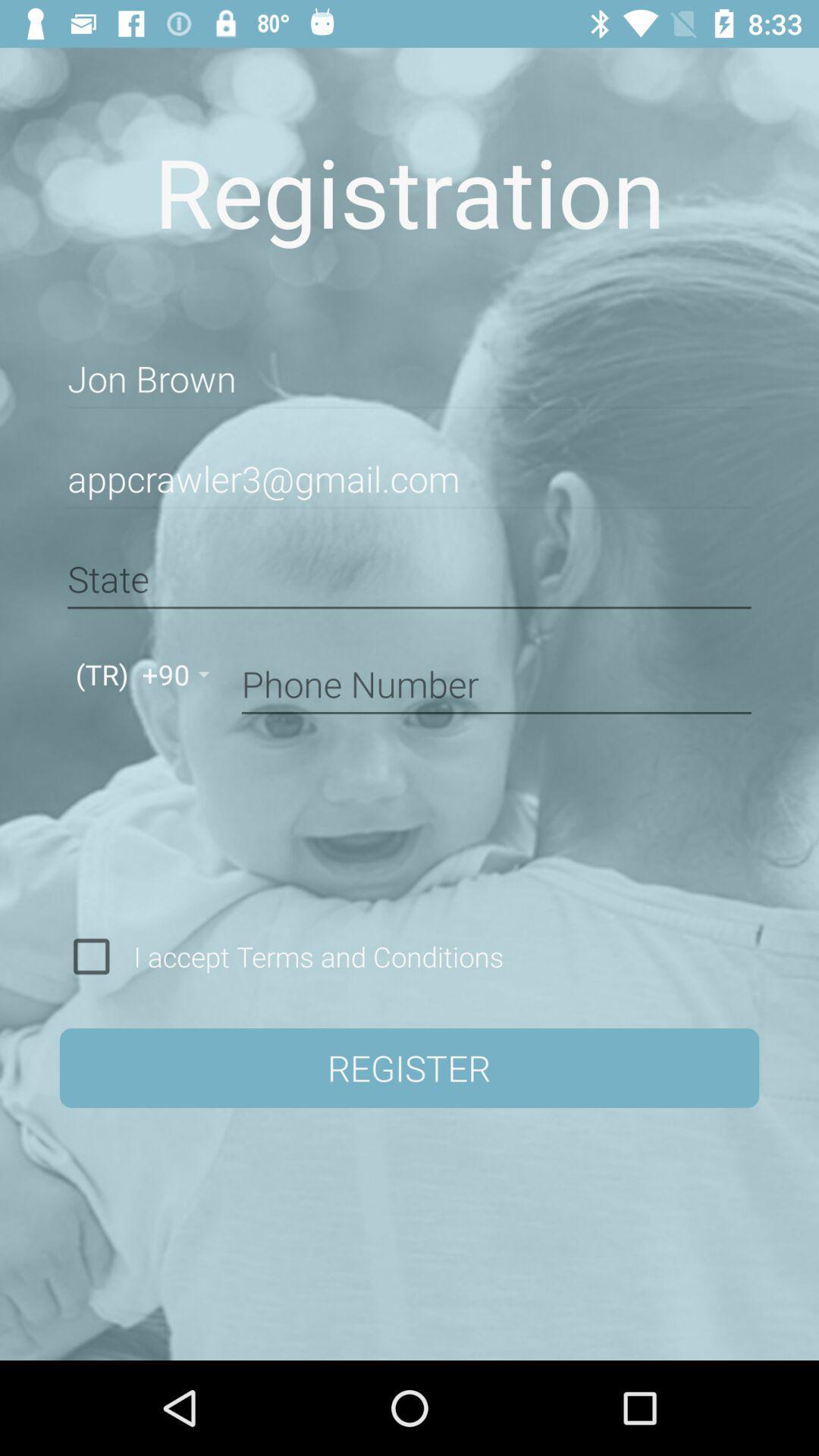 The height and width of the screenshot is (1456, 819). Describe the element at coordinates (496, 681) in the screenshot. I see `item above the i accept terms` at that location.